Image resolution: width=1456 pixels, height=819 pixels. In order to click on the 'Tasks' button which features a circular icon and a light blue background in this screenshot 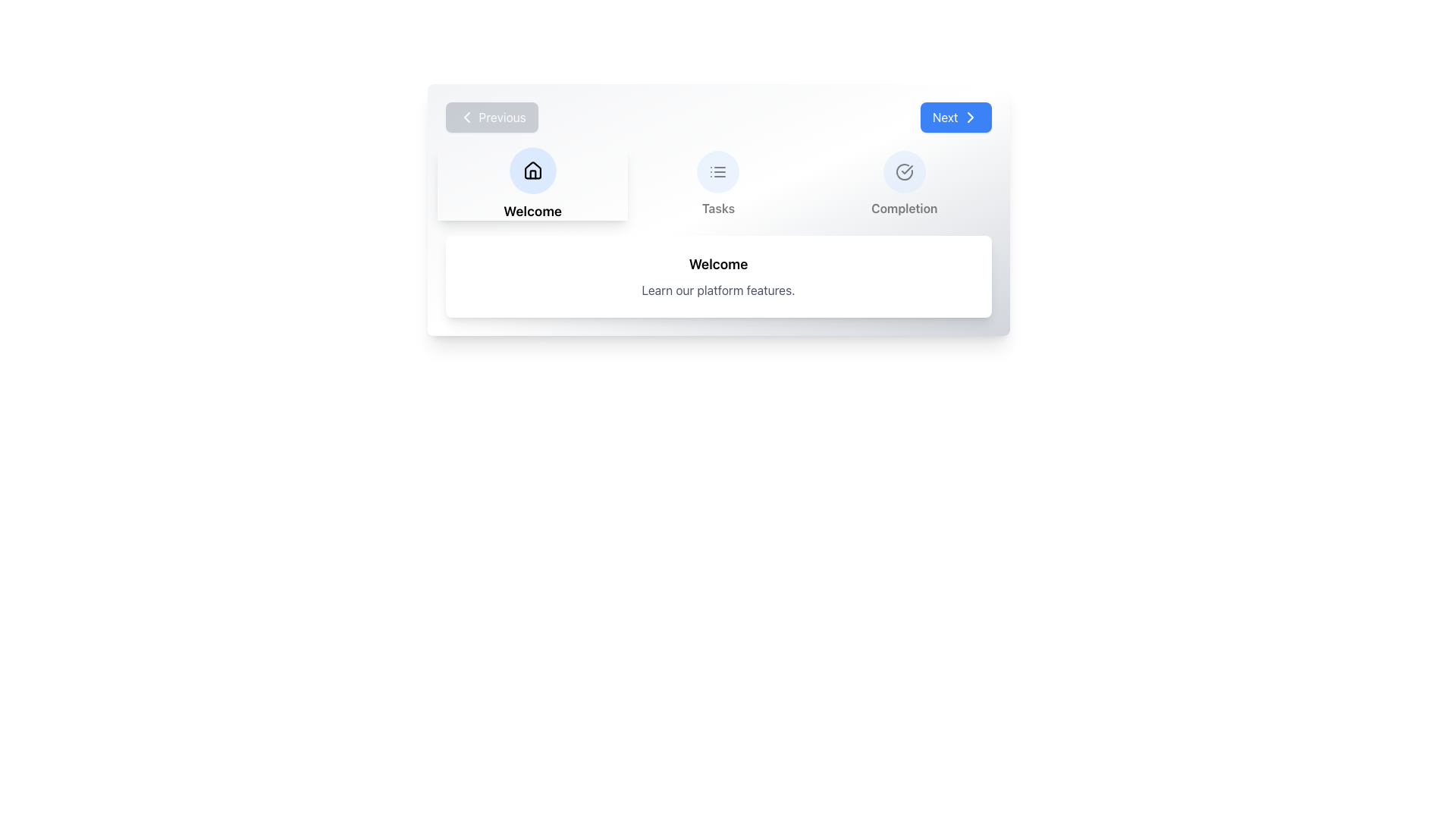, I will do `click(717, 184)`.